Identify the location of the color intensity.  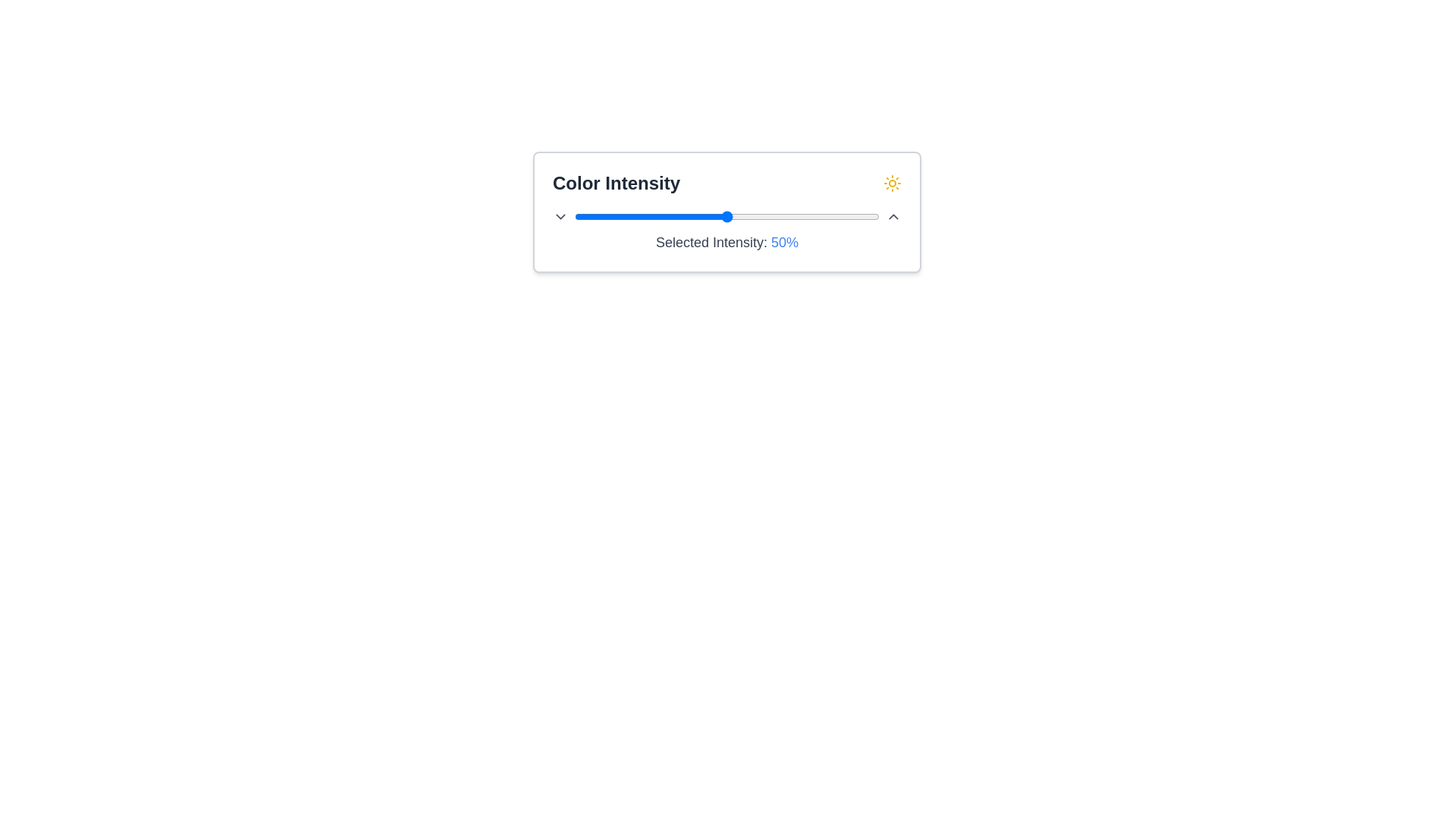
(666, 216).